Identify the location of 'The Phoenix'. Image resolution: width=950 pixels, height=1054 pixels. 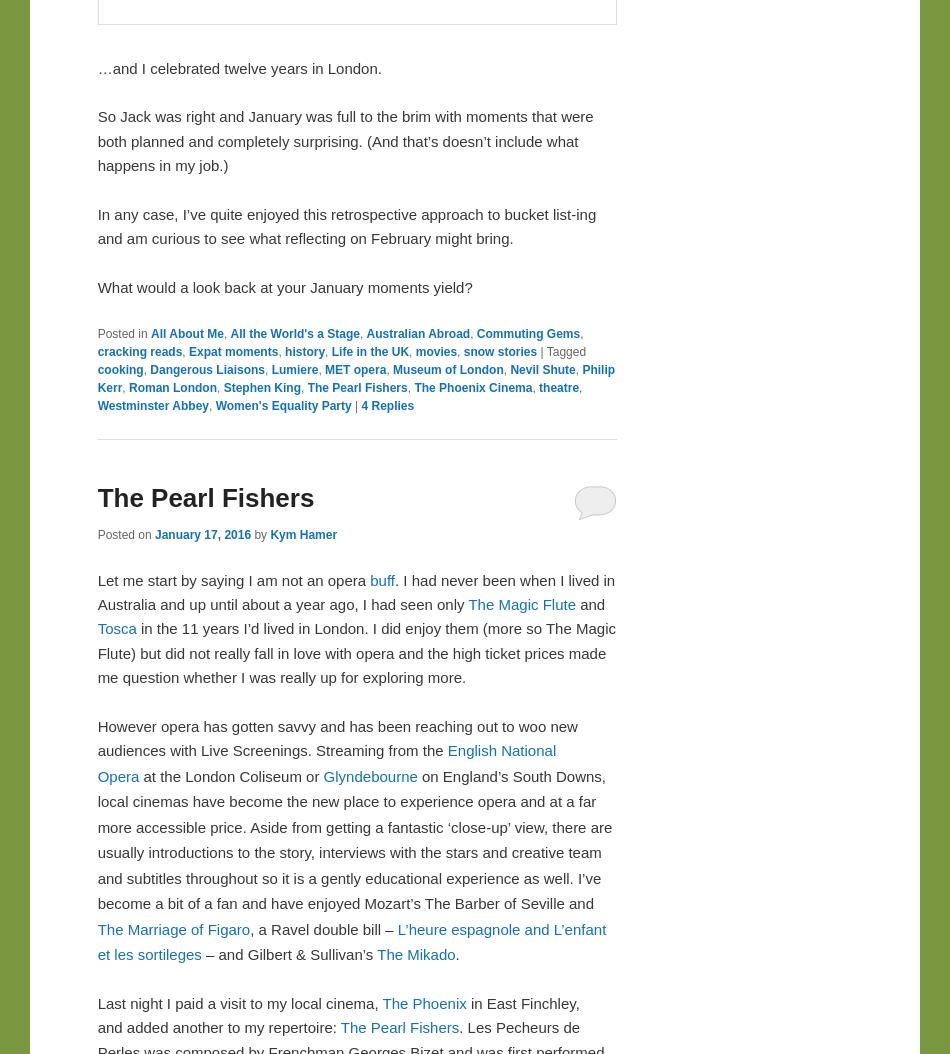
(422, 1002).